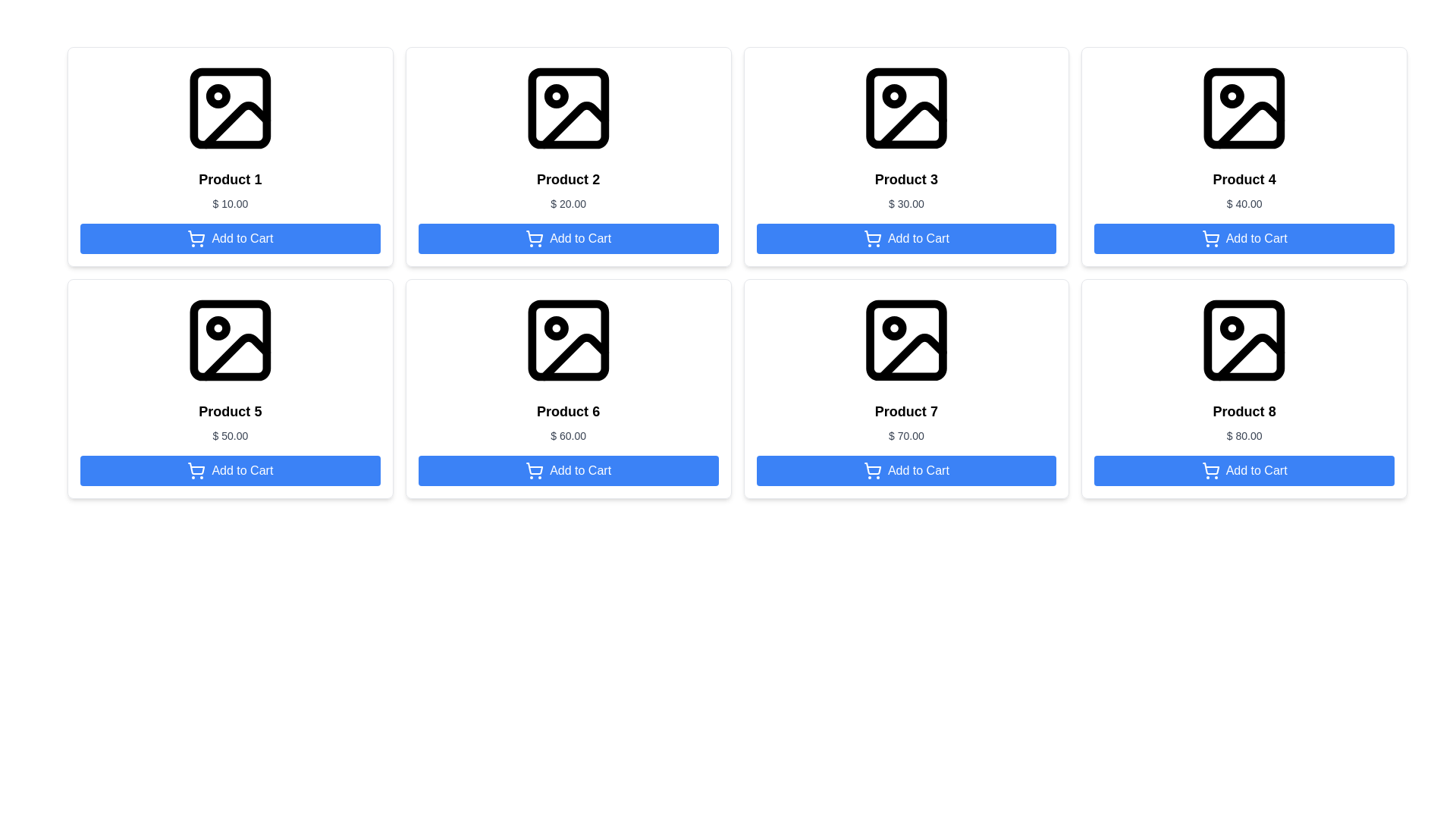  Describe the element at coordinates (567, 239) in the screenshot. I see `the button to add 'Product 2' to the shopping cart, located at the bottom section of the card, between the product price and the card's bottom border` at that location.